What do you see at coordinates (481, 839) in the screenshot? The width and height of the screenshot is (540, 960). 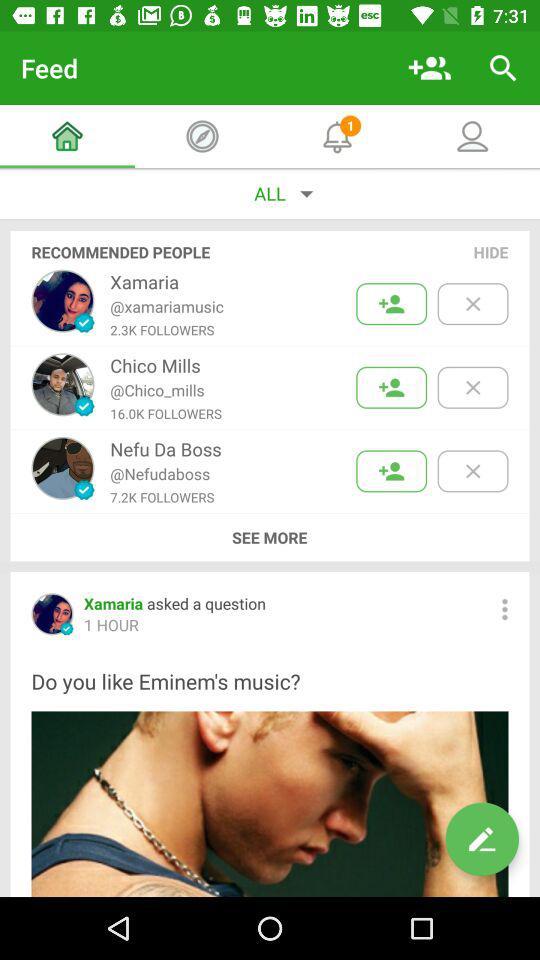 I see `edit response` at bounding box center [481, 839].